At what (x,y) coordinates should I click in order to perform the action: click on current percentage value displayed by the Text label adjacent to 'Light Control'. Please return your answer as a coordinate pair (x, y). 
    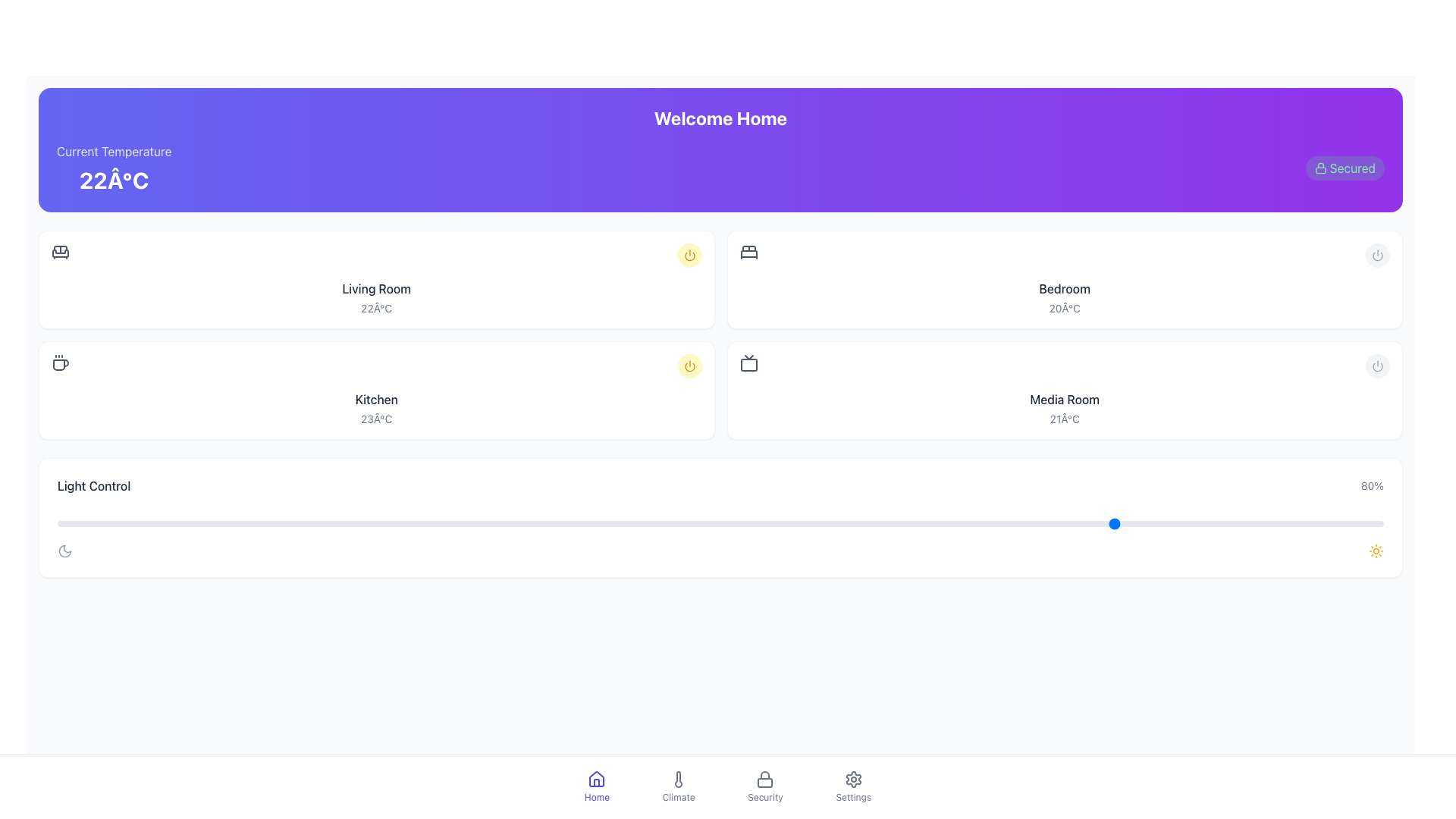
    Looking at the image, I should click on (1372, 485).